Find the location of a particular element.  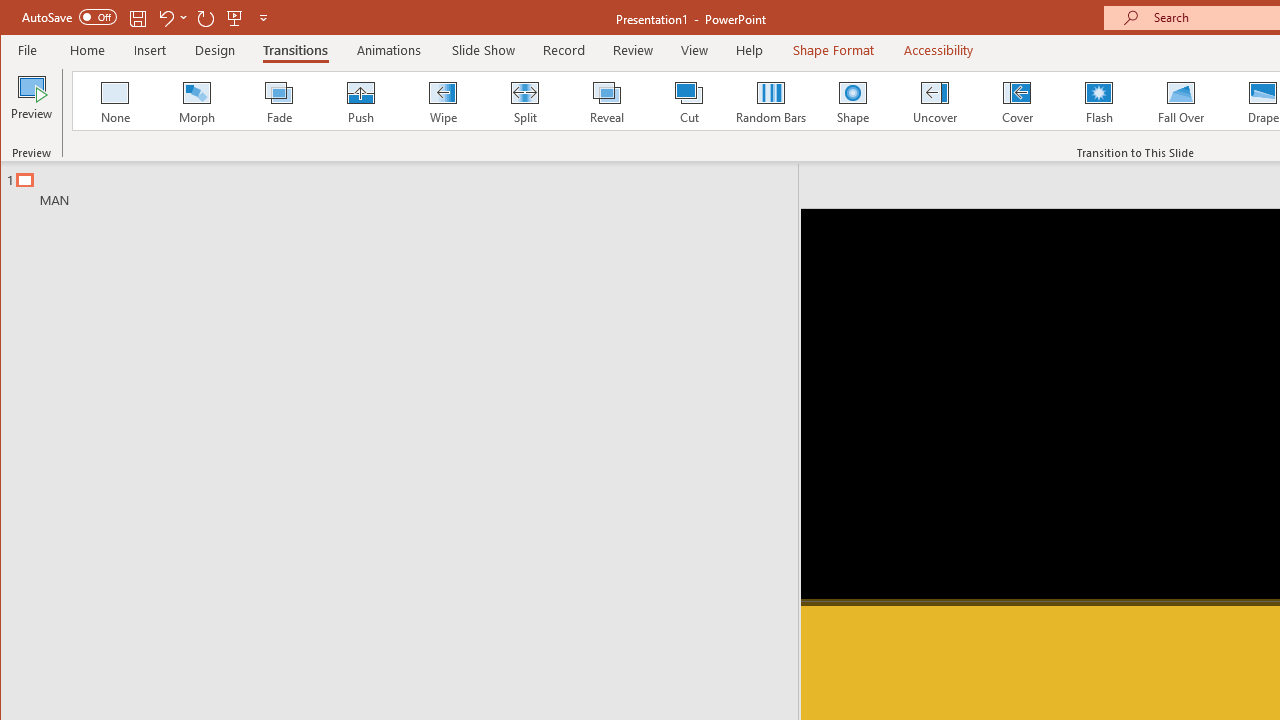

'Preview' is located at coordinates (32, 104).